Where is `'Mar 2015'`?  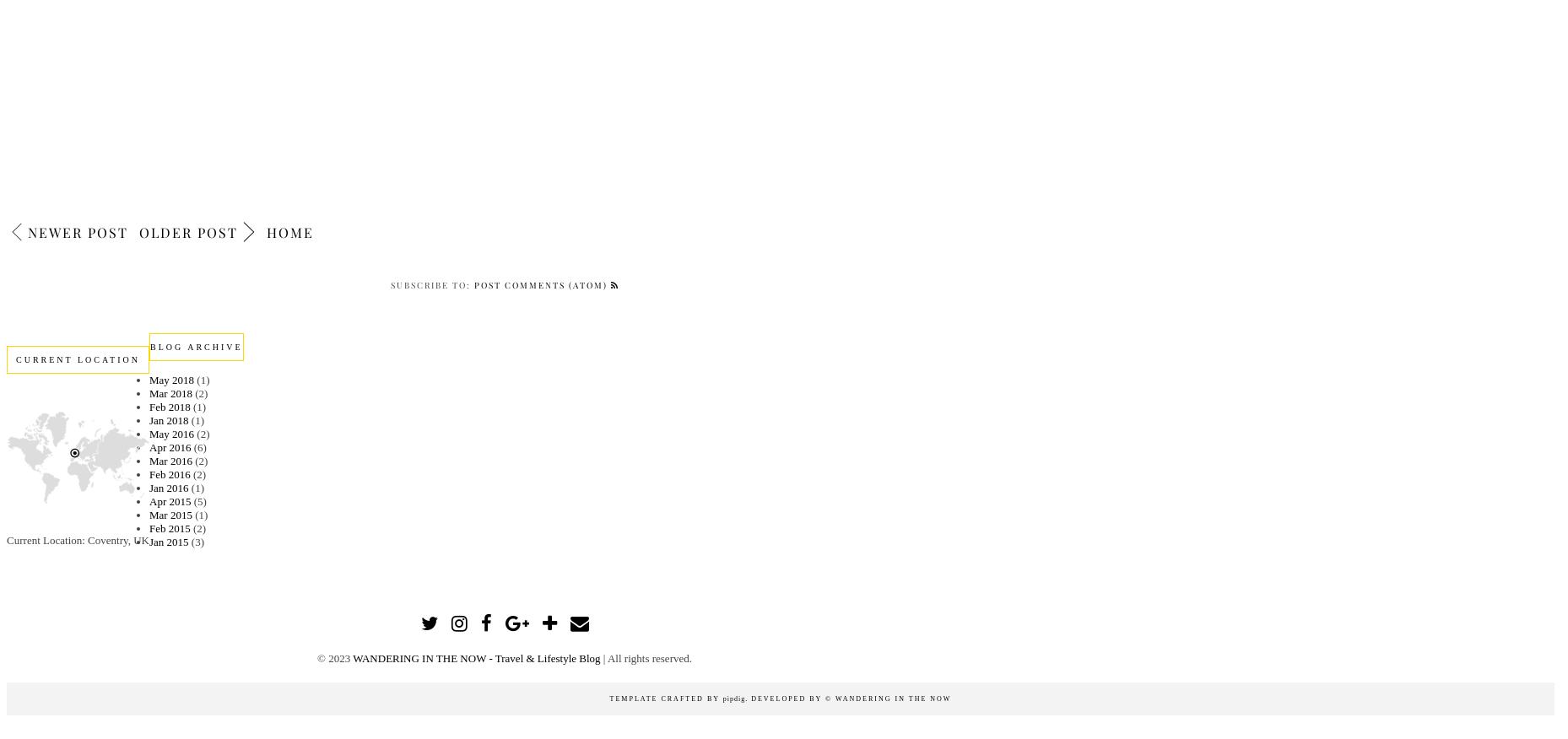
'Mar 2015' is located at coordinates (149, 514).